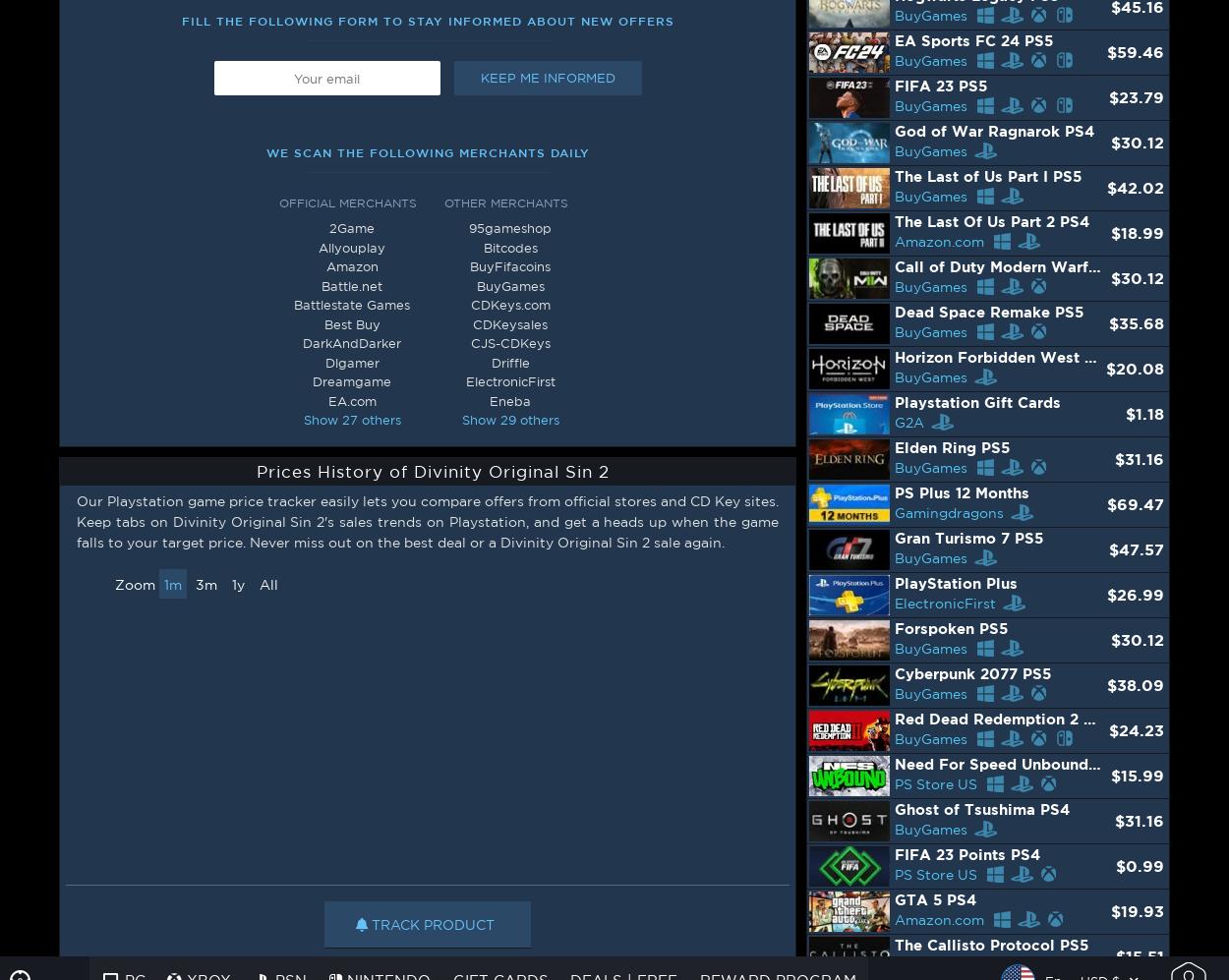 Image resolution: width=1229 pixels, height=980 pixels. I want to click on 'How our site works
									?', so click(74, 836).